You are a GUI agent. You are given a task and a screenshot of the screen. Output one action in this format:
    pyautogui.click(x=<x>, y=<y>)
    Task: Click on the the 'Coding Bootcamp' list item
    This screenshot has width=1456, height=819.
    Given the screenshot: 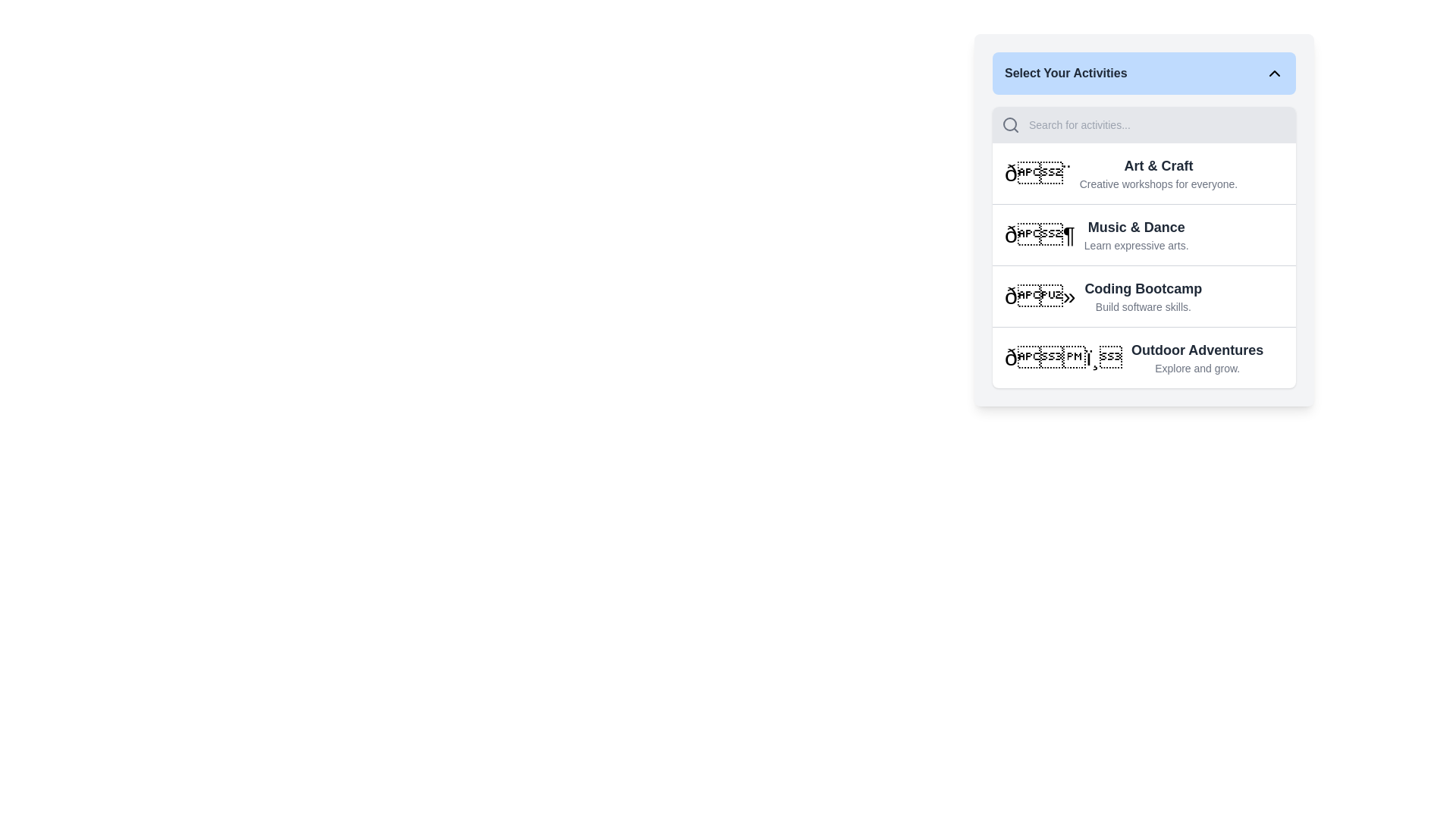 What is the action you would take?
    pyautogui.click(x=1144, y=295)
    